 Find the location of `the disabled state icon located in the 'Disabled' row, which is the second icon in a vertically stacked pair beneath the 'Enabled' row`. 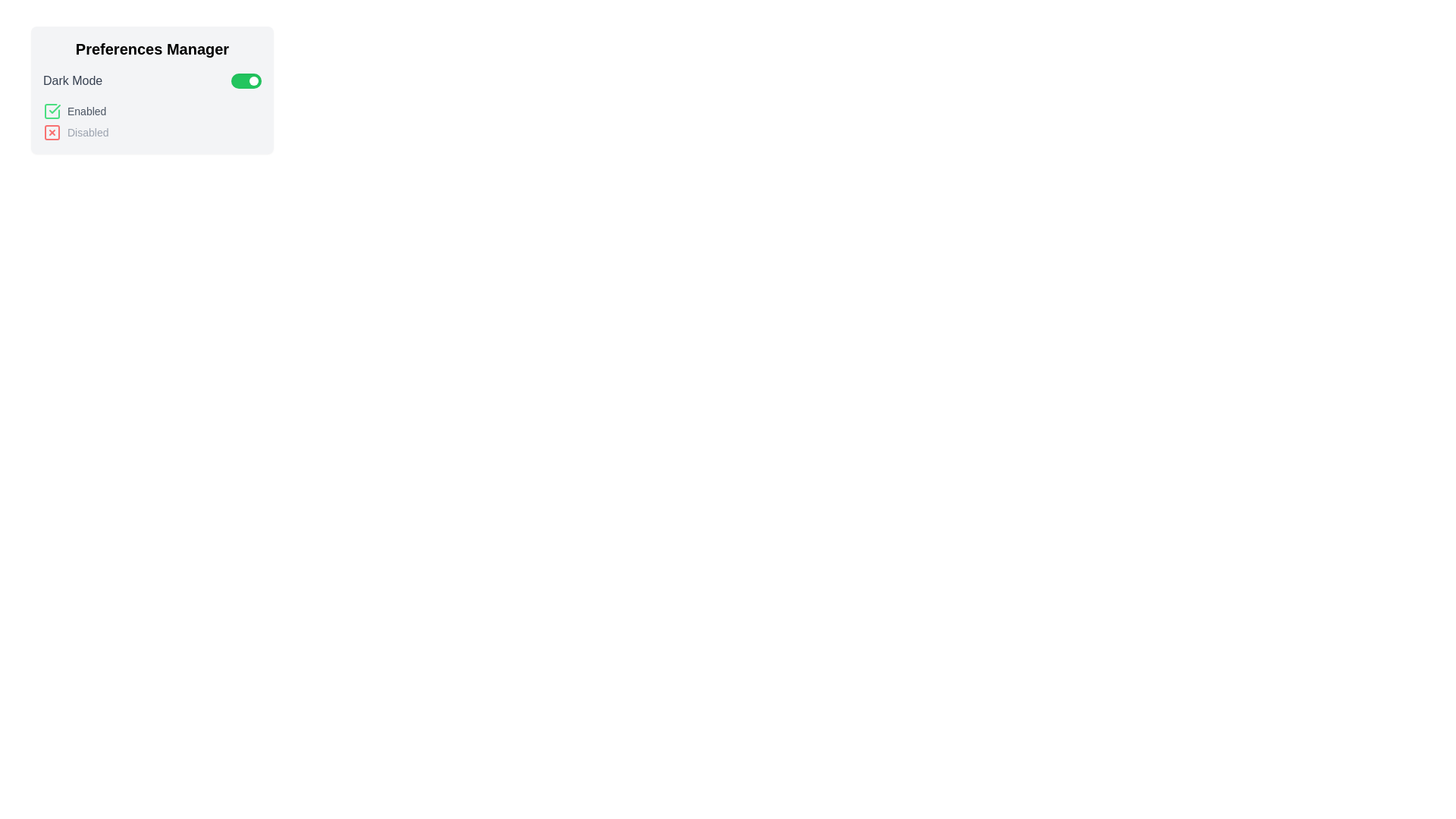

the disabled state icon located in the 'Disabled' row, which is the second icon in a vertically stacked pair beneath the 'Enabled' row is located at coordinates (52, 131).